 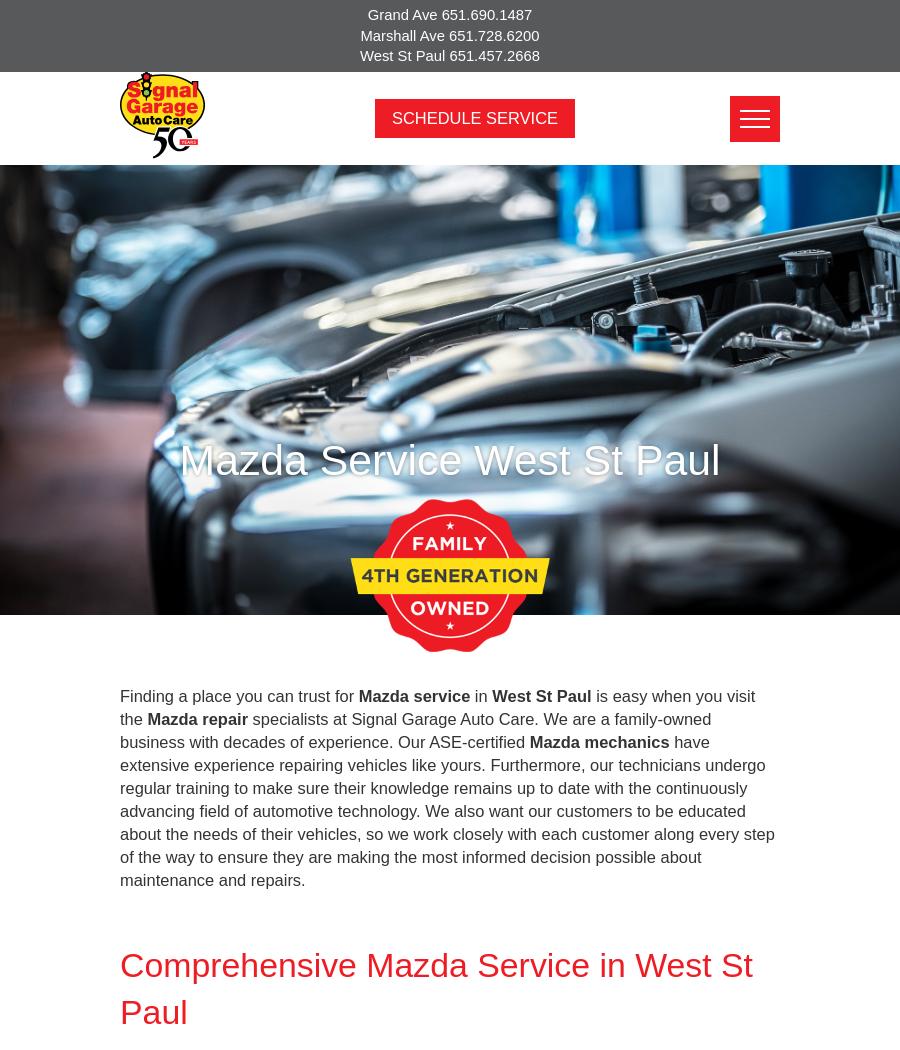 I want to click on 'is easy when you visit the', so click(x=437, y=706).